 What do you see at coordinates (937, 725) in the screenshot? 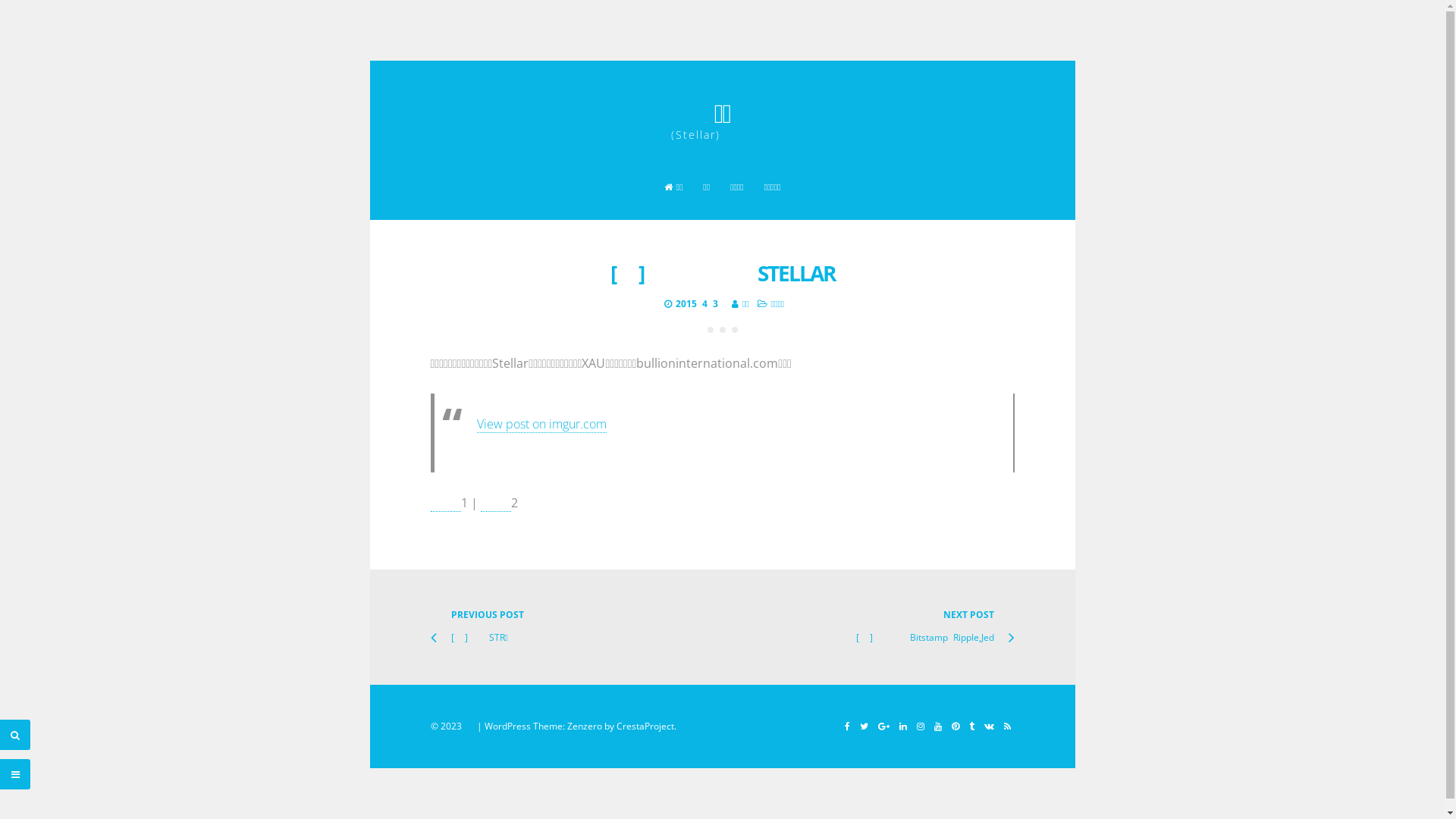
I see `'YouTube'` at bounding box center [937, 725].